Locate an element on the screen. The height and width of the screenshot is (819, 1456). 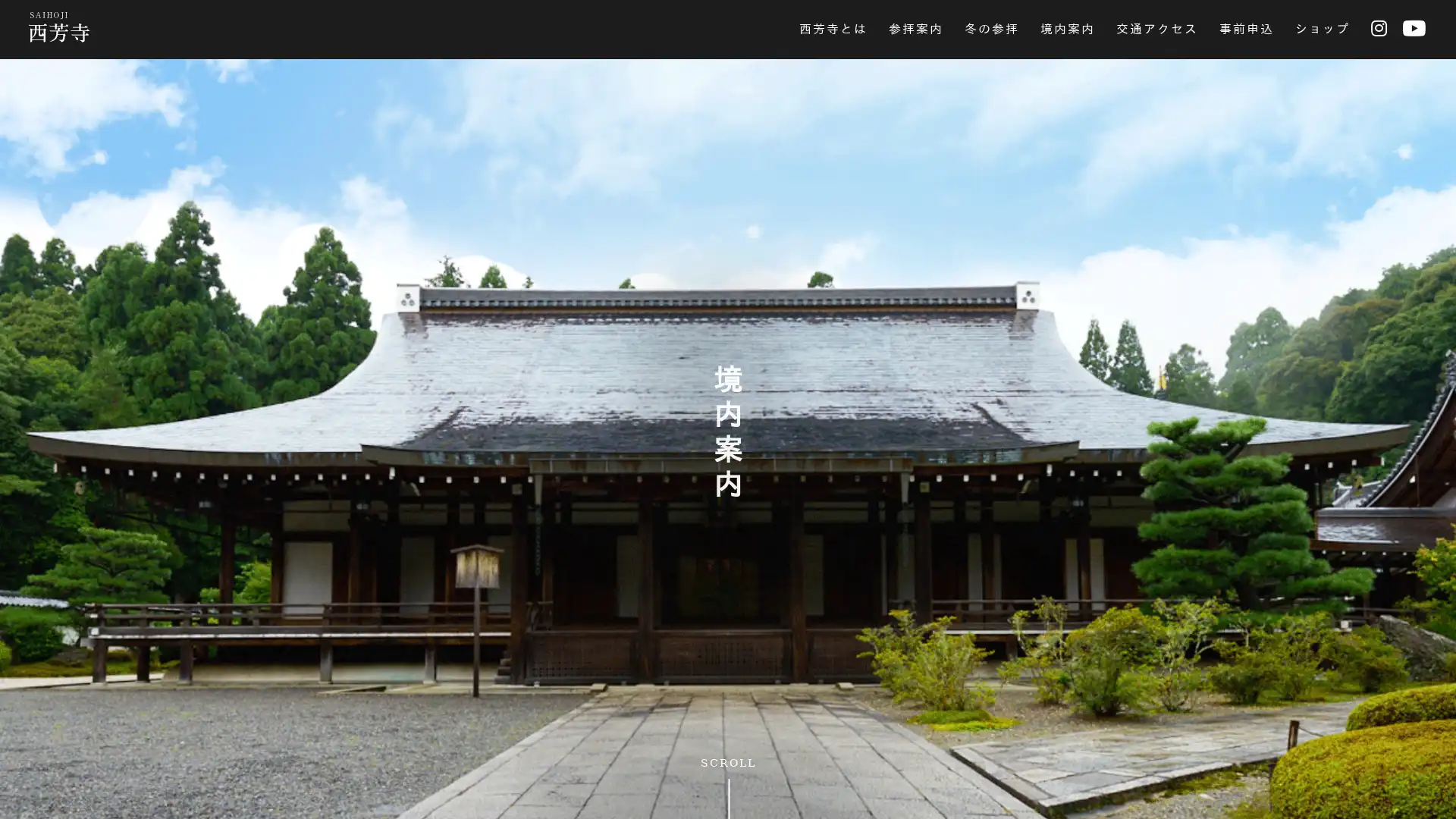
SKIP is located at coordinates (726, 467).